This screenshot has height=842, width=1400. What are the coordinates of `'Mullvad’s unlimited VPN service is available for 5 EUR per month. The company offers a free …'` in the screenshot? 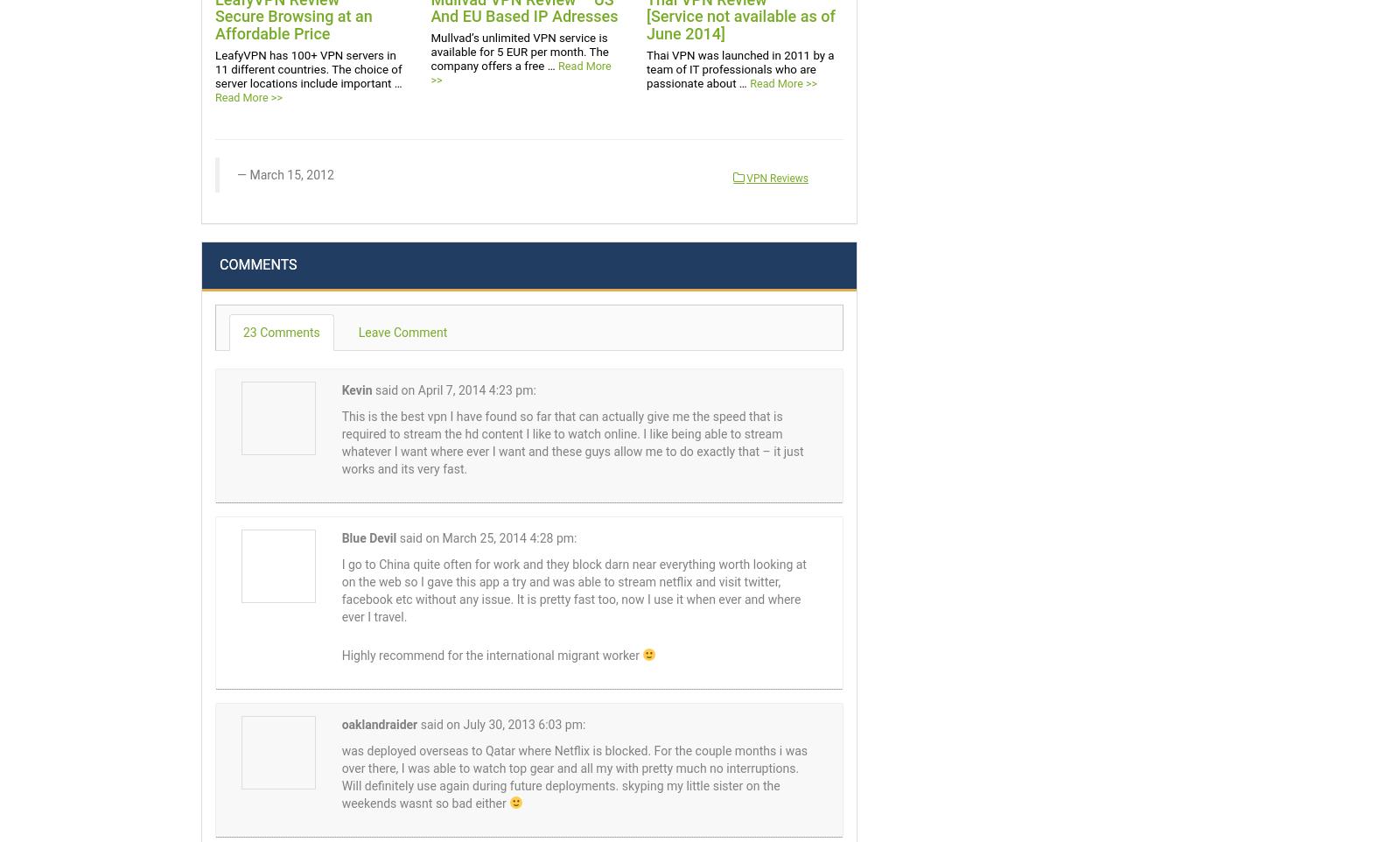 It's located at (518, 52).